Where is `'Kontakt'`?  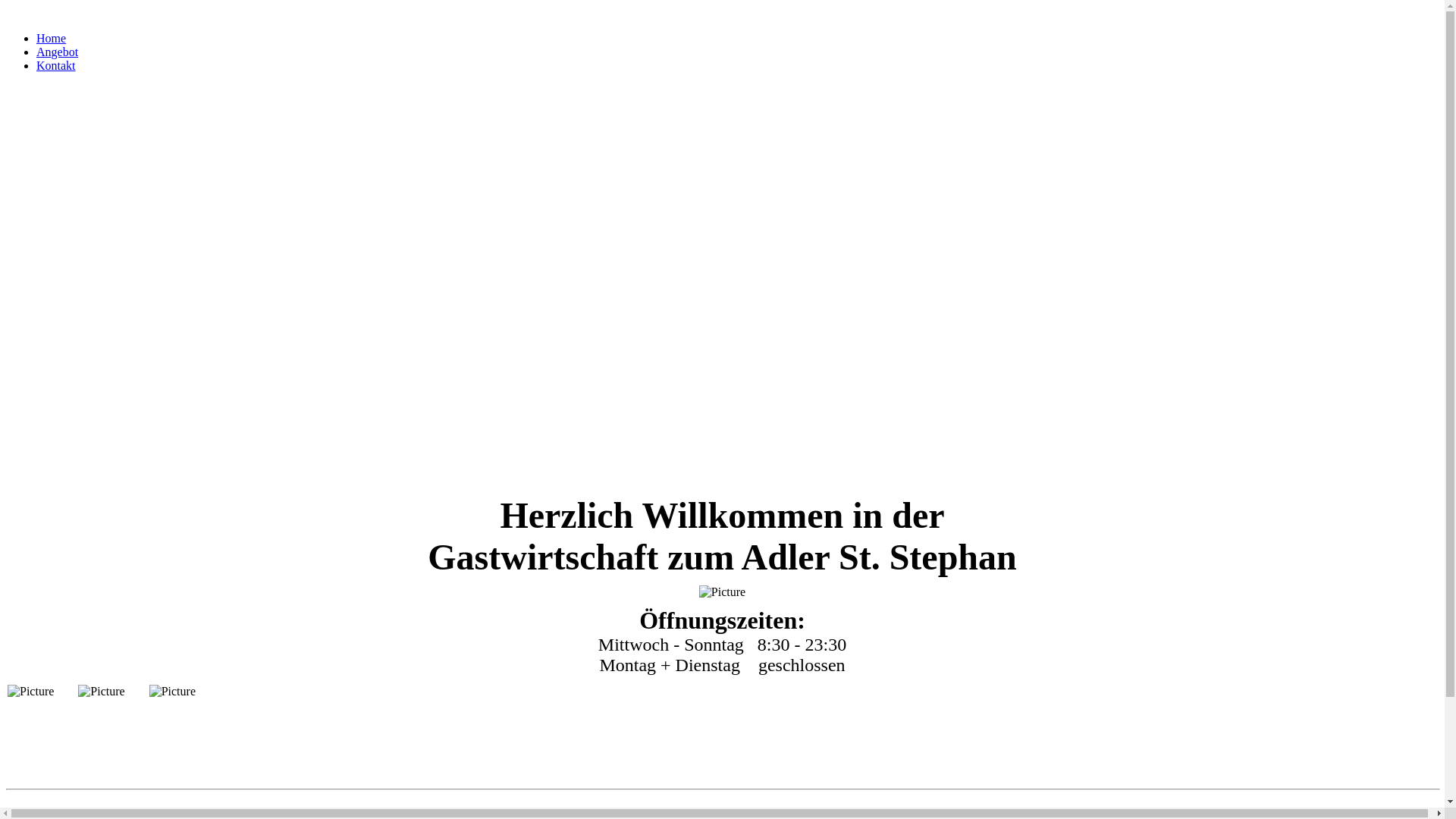
'Kontakt' is located at coordinates (55, 64).